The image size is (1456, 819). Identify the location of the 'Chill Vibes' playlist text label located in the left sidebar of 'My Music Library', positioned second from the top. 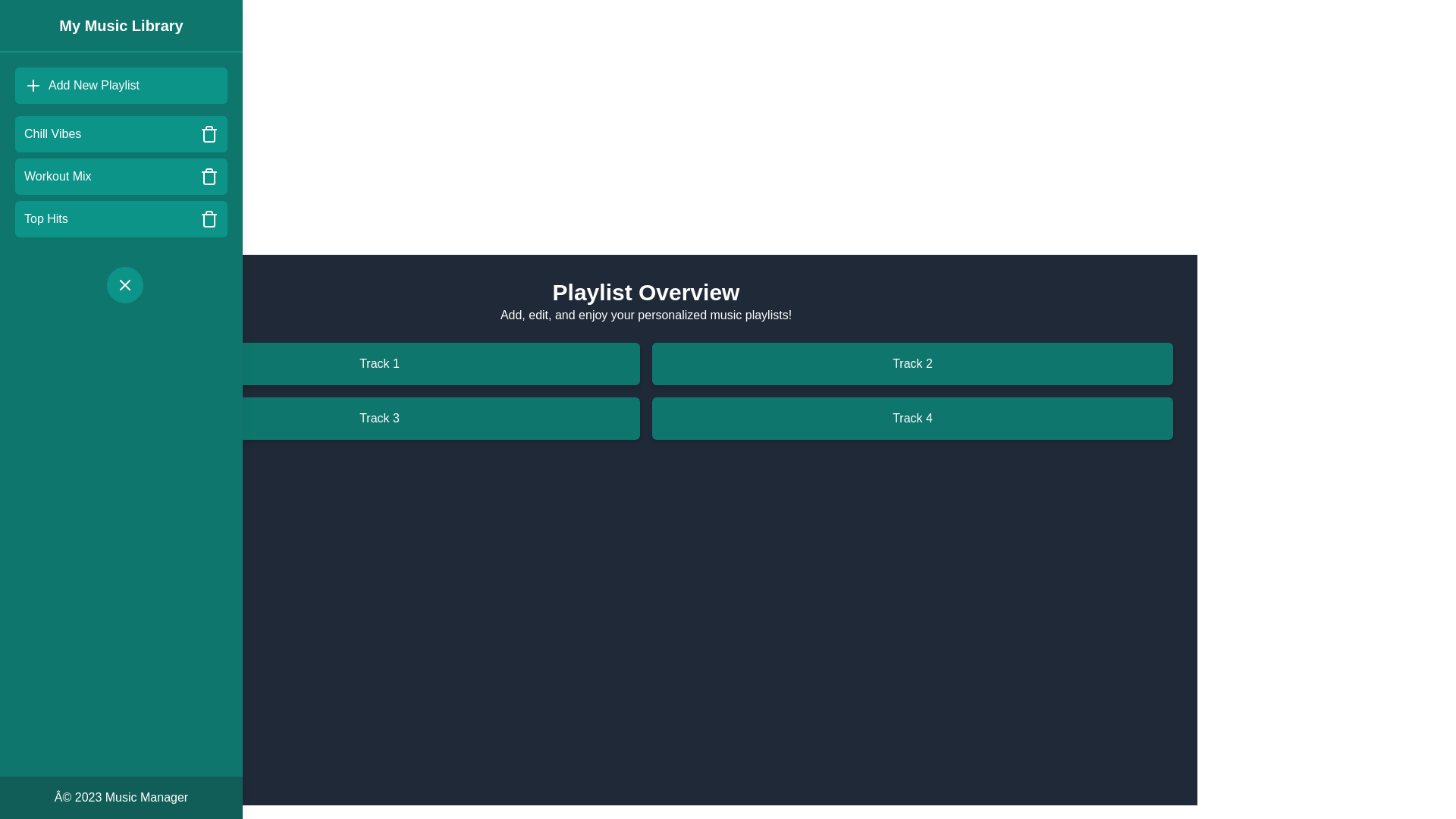
(52, 133).